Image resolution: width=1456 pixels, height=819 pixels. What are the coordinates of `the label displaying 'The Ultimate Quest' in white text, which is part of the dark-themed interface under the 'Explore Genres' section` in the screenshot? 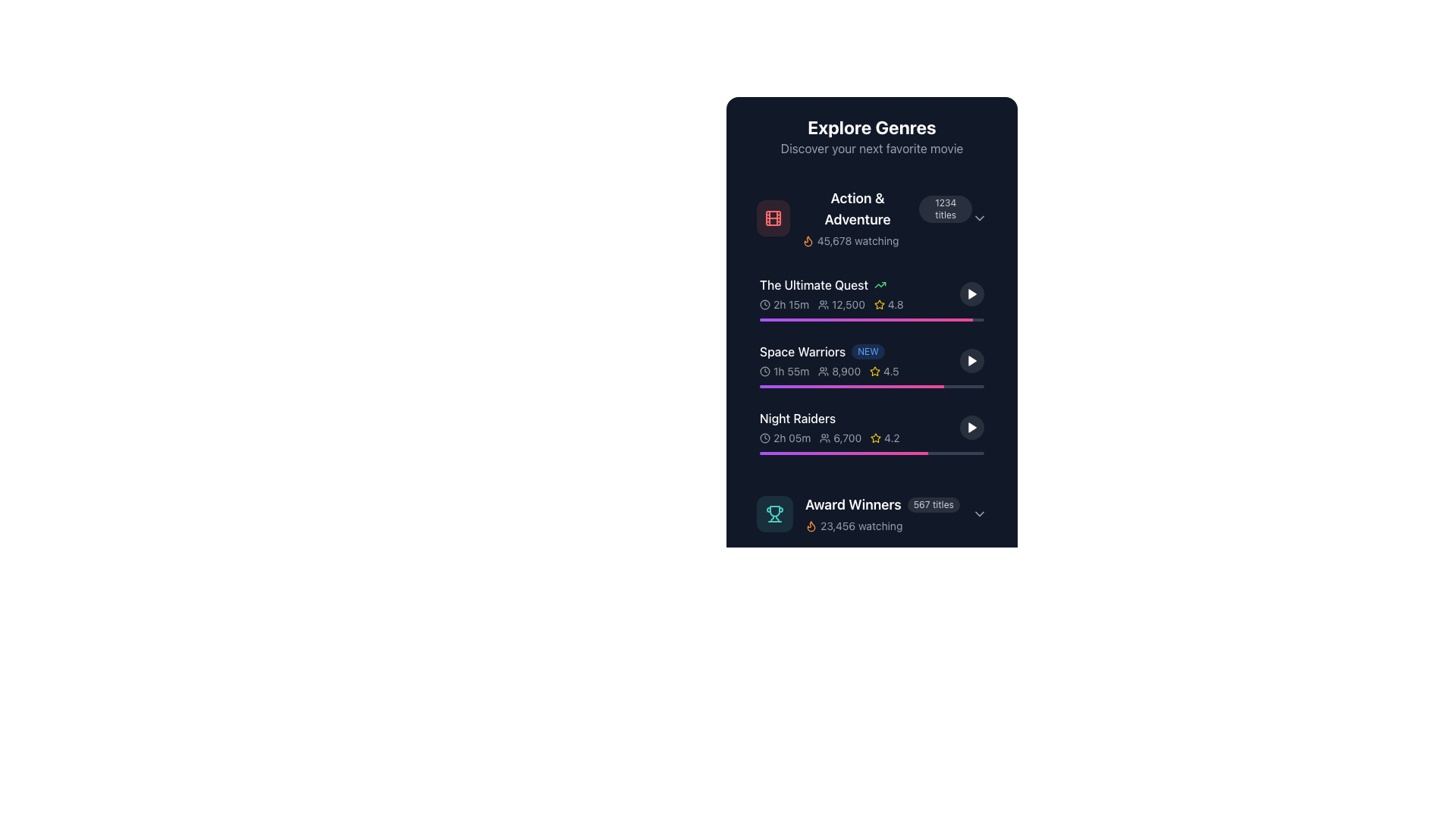 It's located at (813, 284).